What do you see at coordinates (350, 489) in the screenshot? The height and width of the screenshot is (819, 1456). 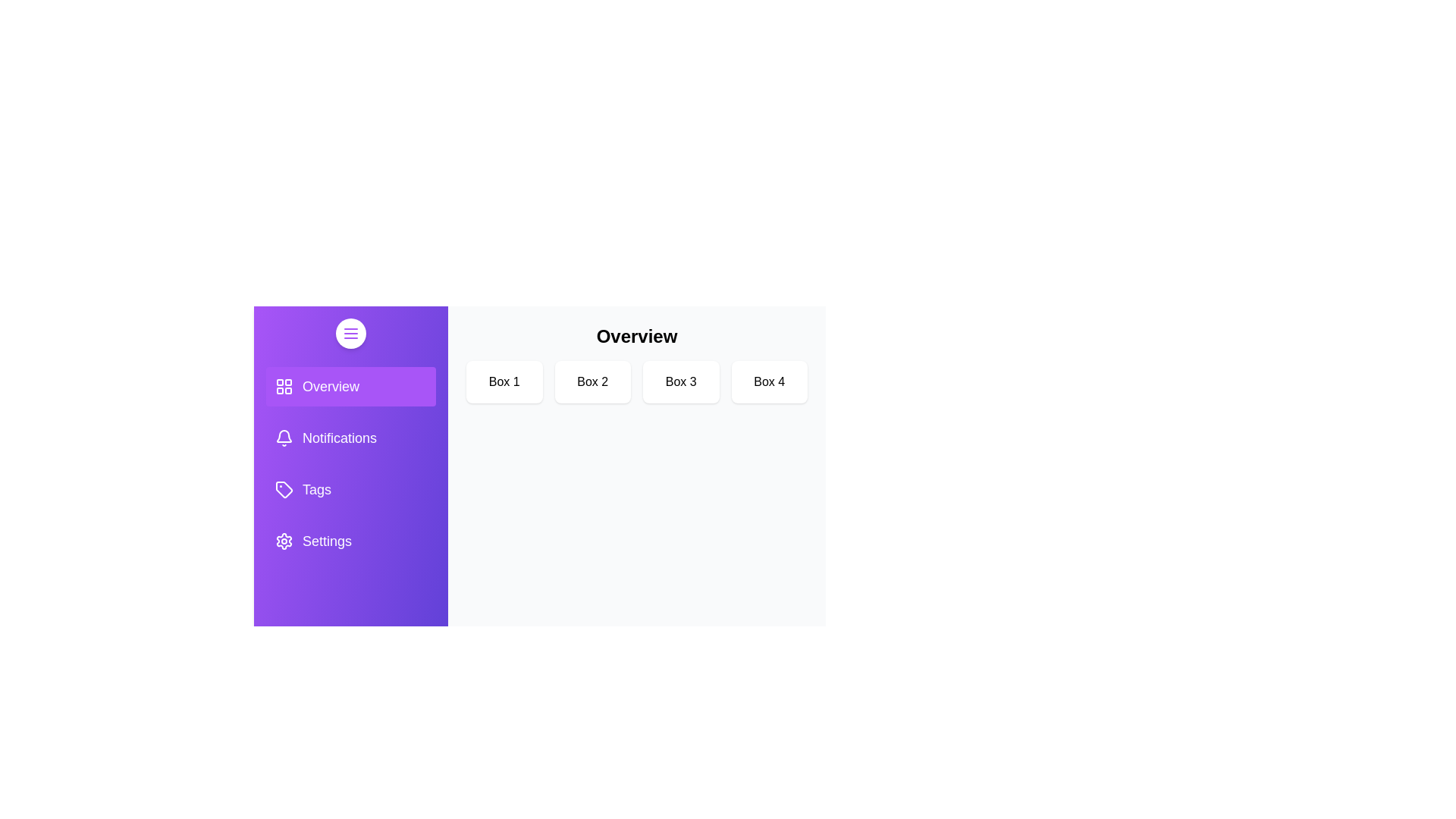 I see `the sidebar tab Tags` at bounding box center [350, 489].